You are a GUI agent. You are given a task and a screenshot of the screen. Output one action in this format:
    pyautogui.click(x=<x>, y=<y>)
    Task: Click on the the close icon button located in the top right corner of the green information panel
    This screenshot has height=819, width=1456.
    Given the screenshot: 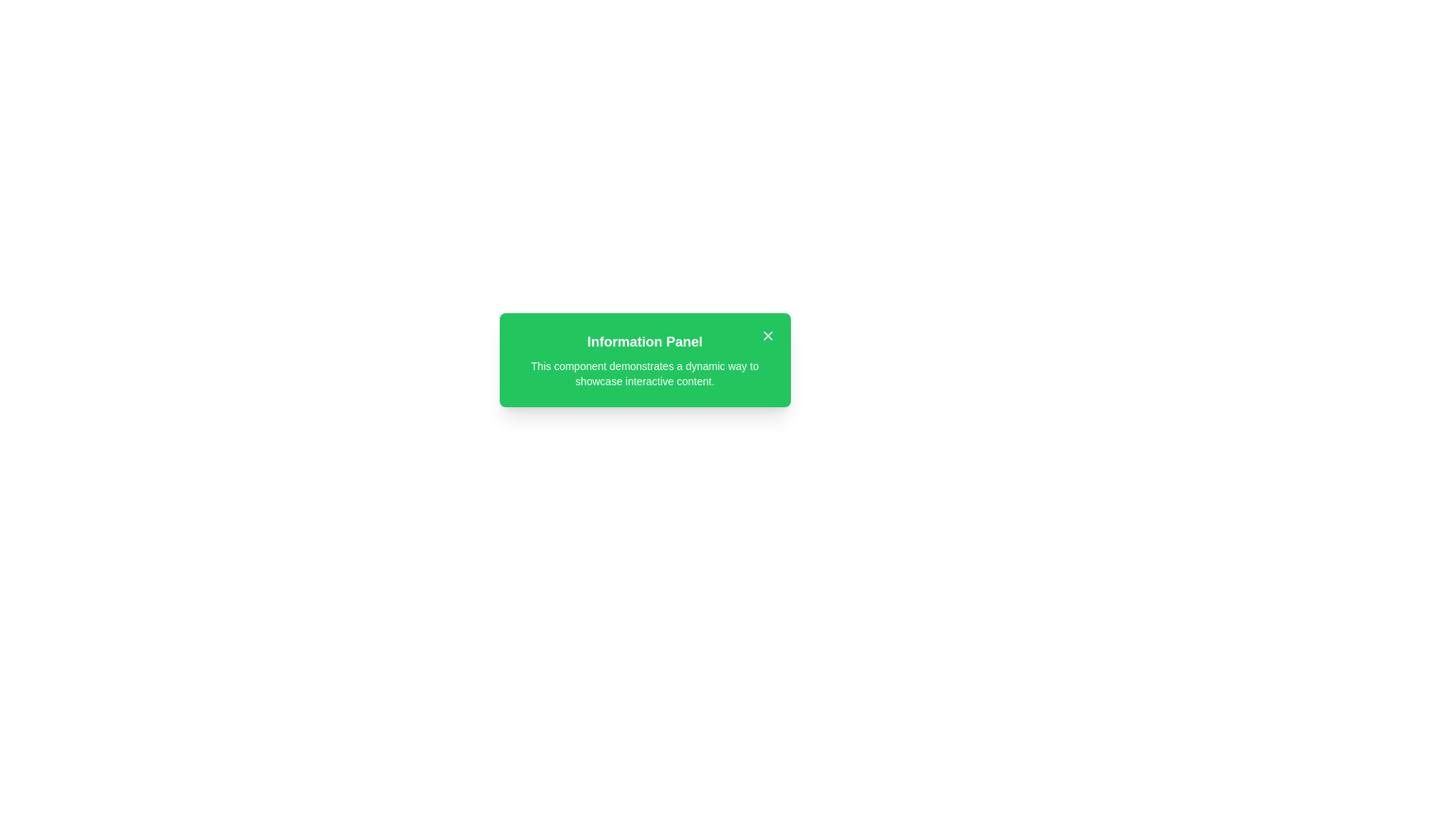 What is the action you would take?
    pyautogui.click(x=767, y=335)
    